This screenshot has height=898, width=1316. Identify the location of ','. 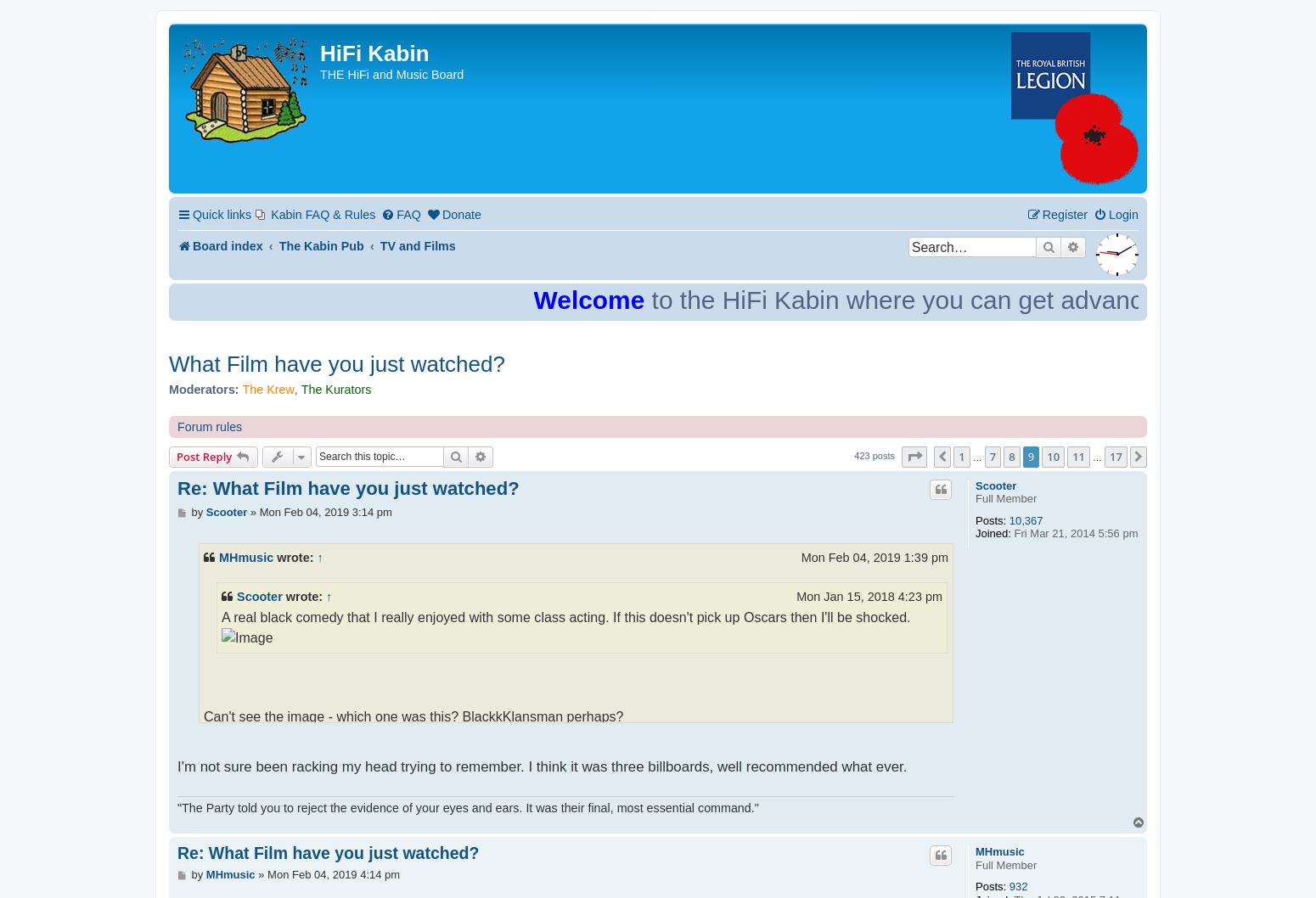
(295, 388).